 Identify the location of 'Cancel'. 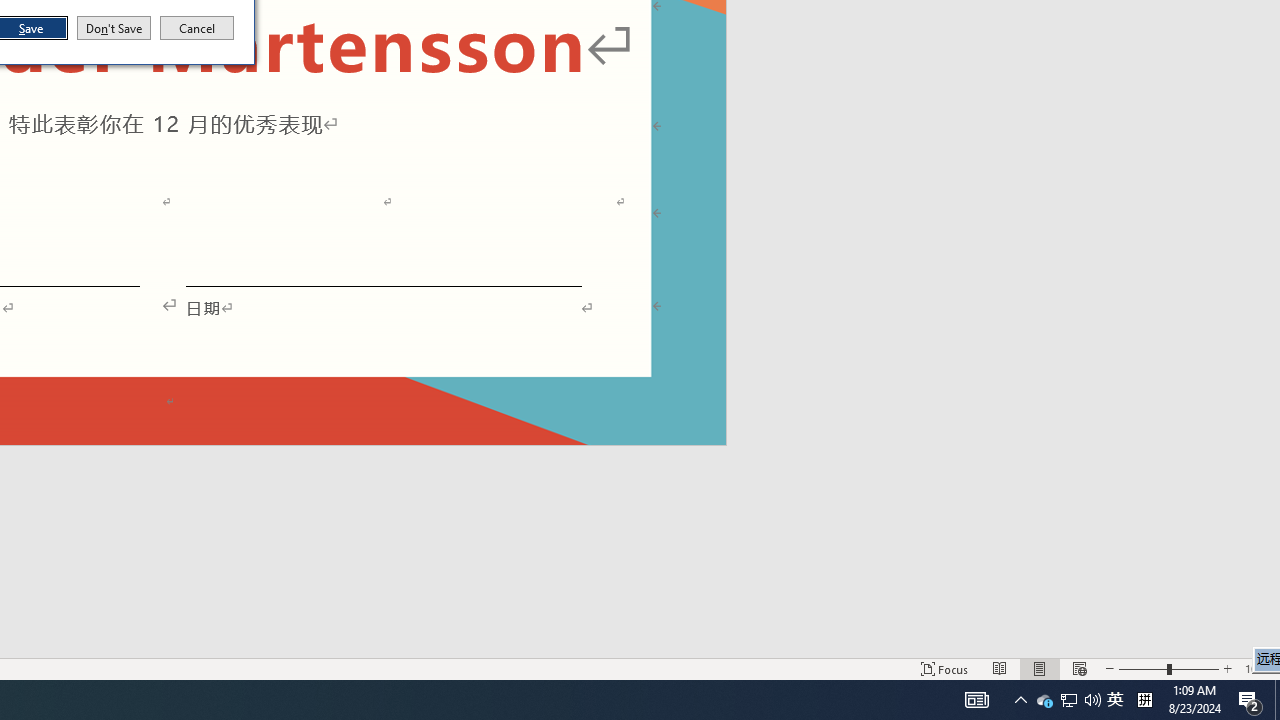
(197, 28).